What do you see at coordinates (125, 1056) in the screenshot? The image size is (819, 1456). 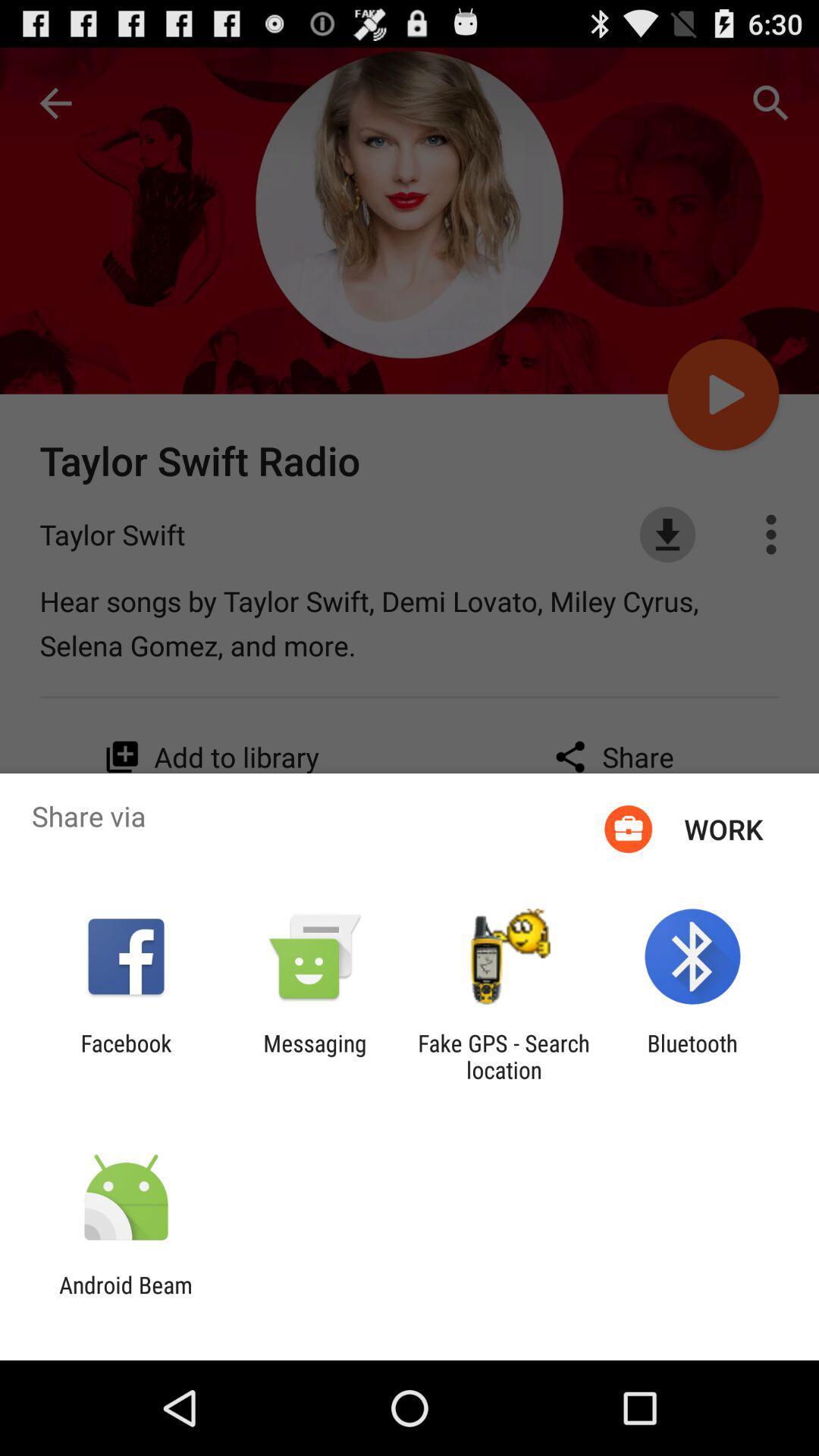 I see `facebook` at bounding box center [125, 1056].